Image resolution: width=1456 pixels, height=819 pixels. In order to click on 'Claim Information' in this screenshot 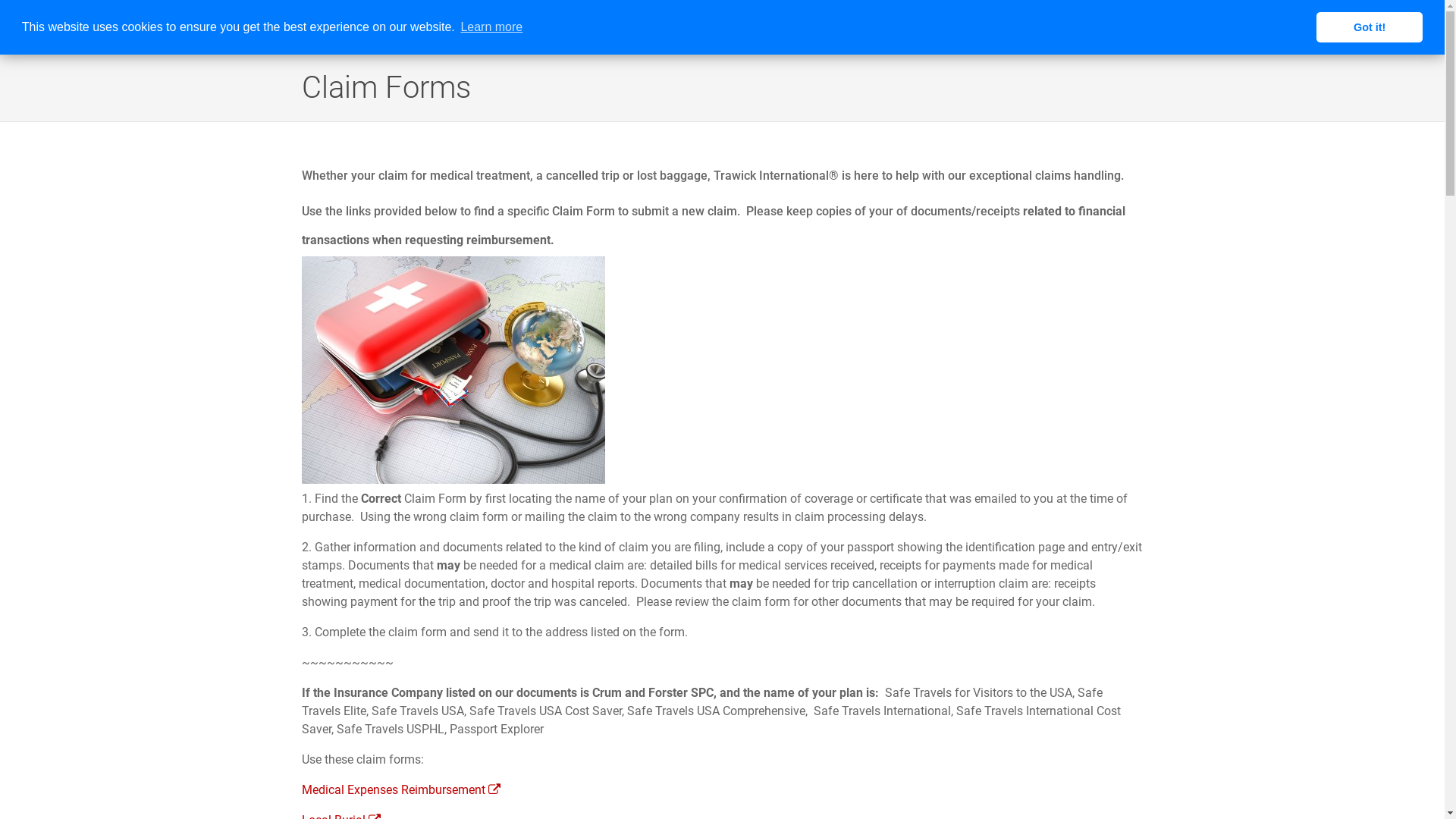, I will do `click(1277, 27)`.